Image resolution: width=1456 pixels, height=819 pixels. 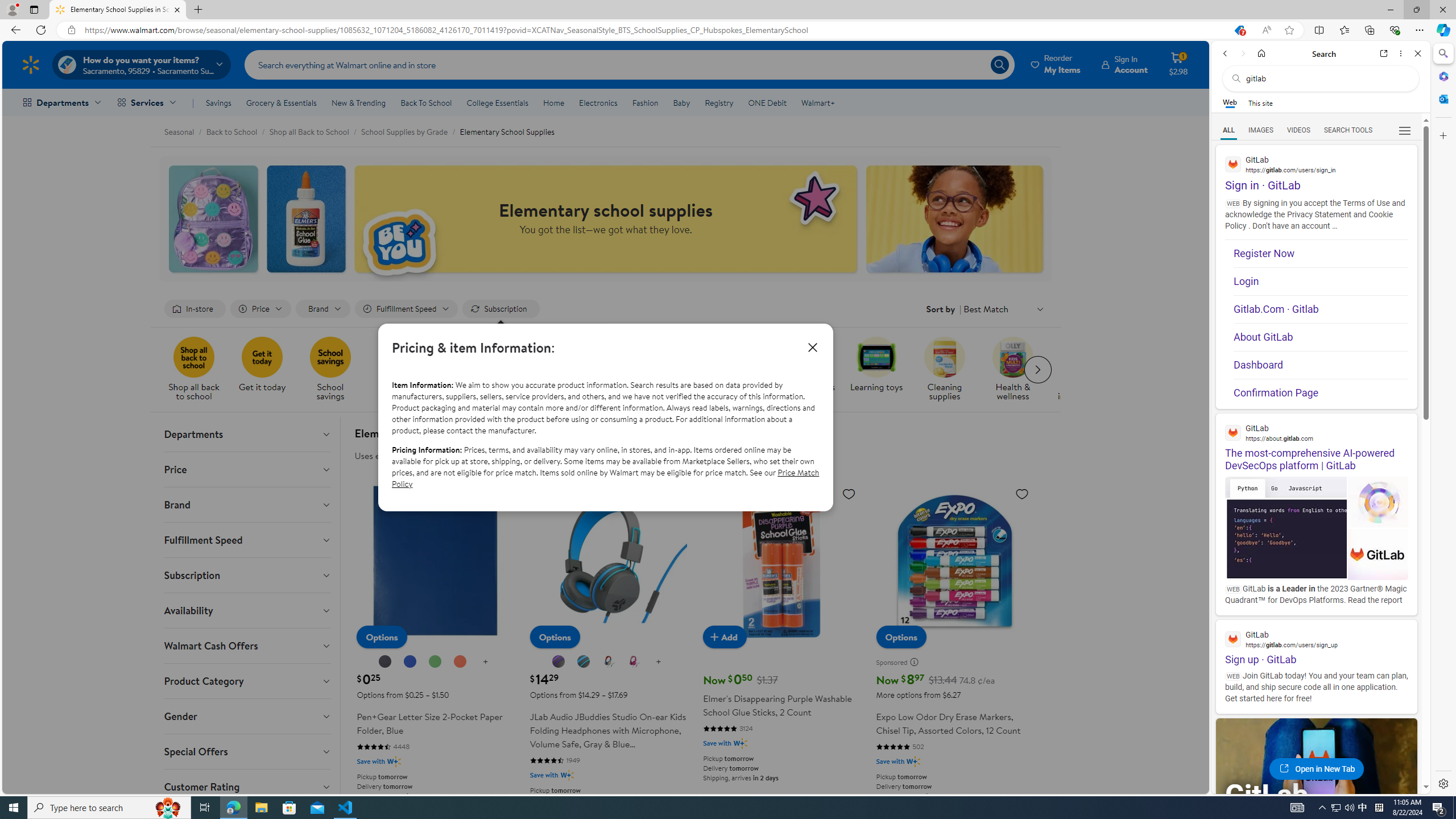 I want to click on 'Search Filter, Search Tools', so click(x=1347, y=129).